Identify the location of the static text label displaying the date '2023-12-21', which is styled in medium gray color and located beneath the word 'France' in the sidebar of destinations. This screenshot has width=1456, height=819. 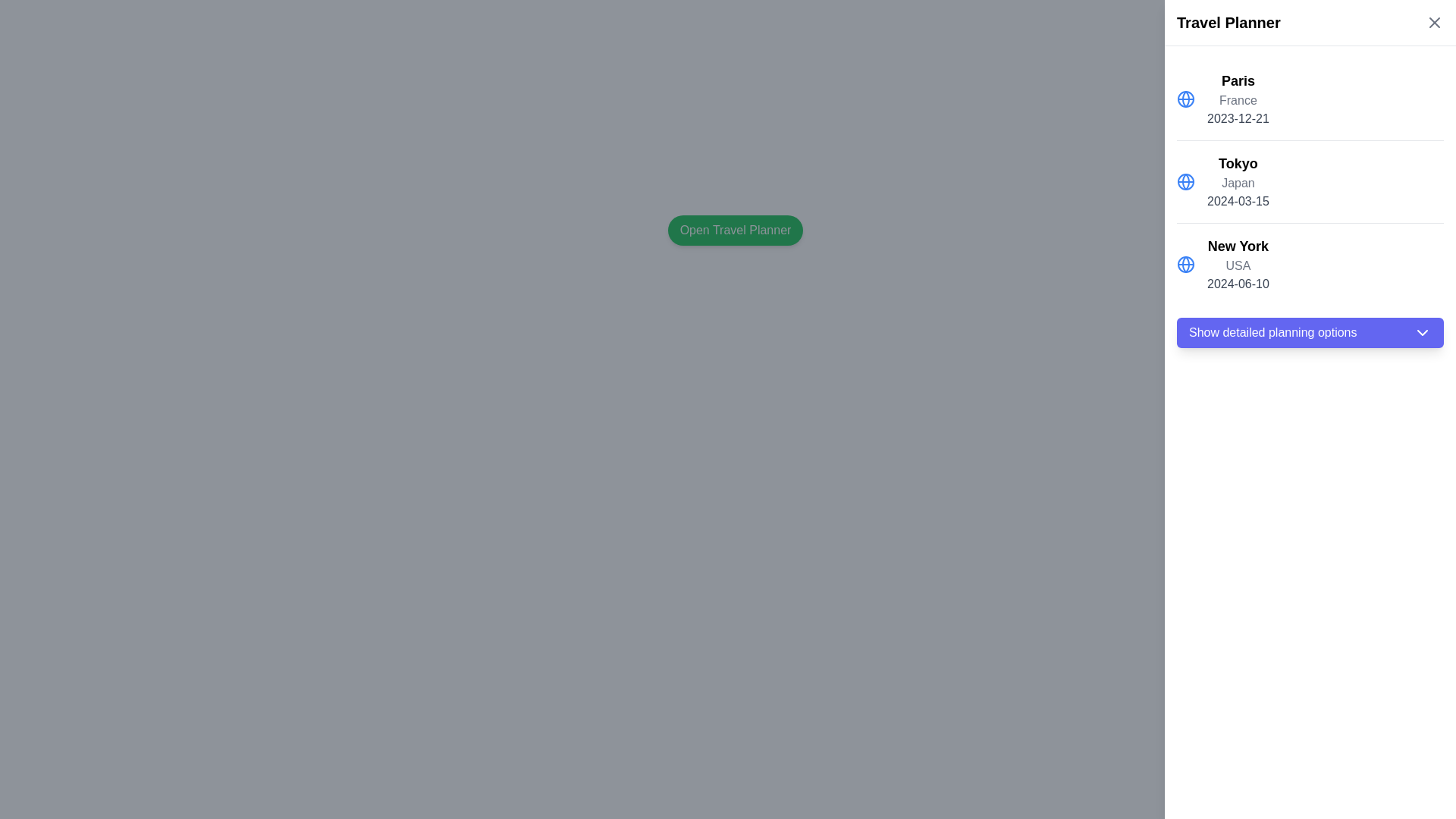
(1238, 118).